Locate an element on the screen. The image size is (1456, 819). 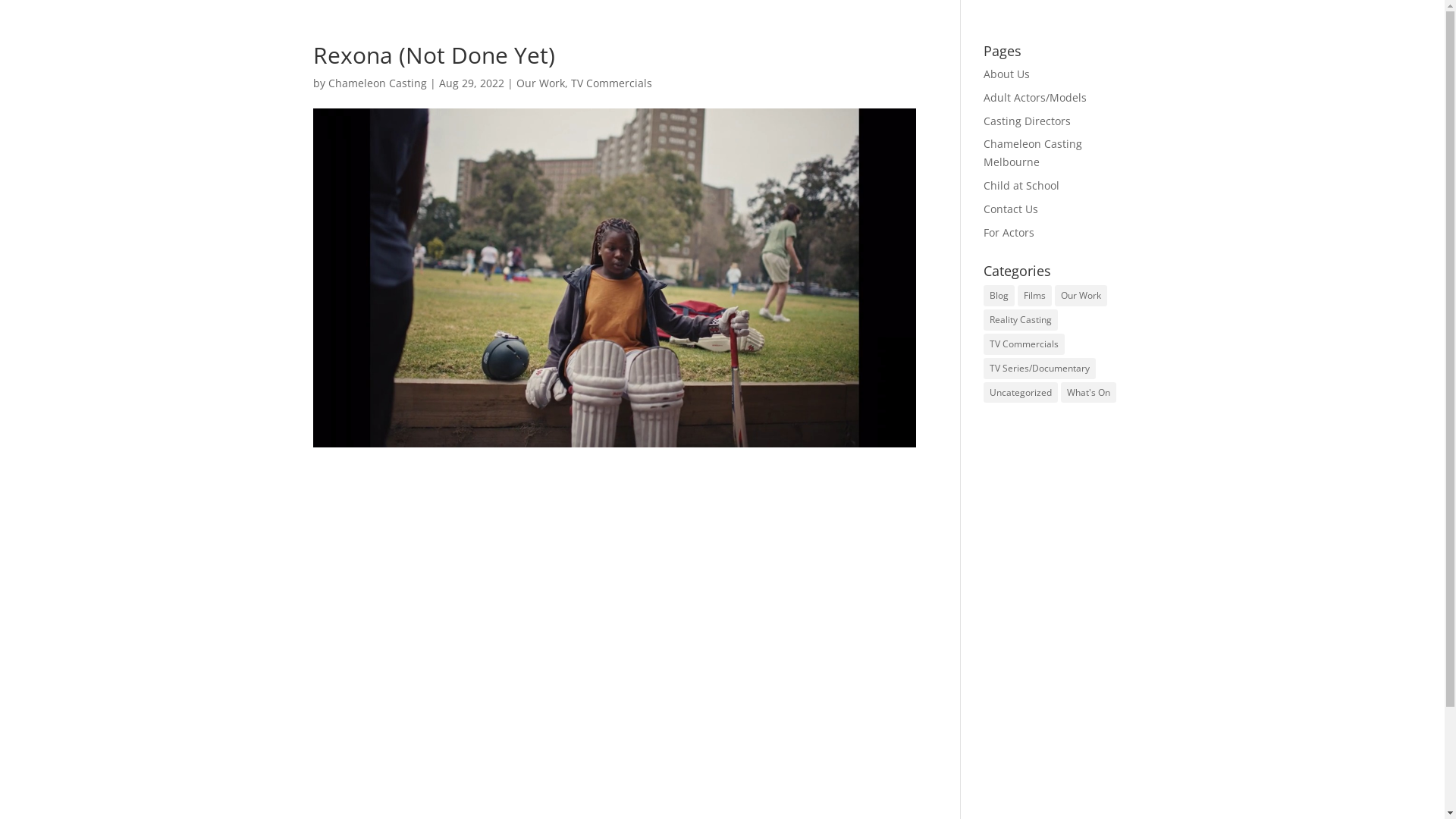
'Our Work' is located at coordinates (539, 83).